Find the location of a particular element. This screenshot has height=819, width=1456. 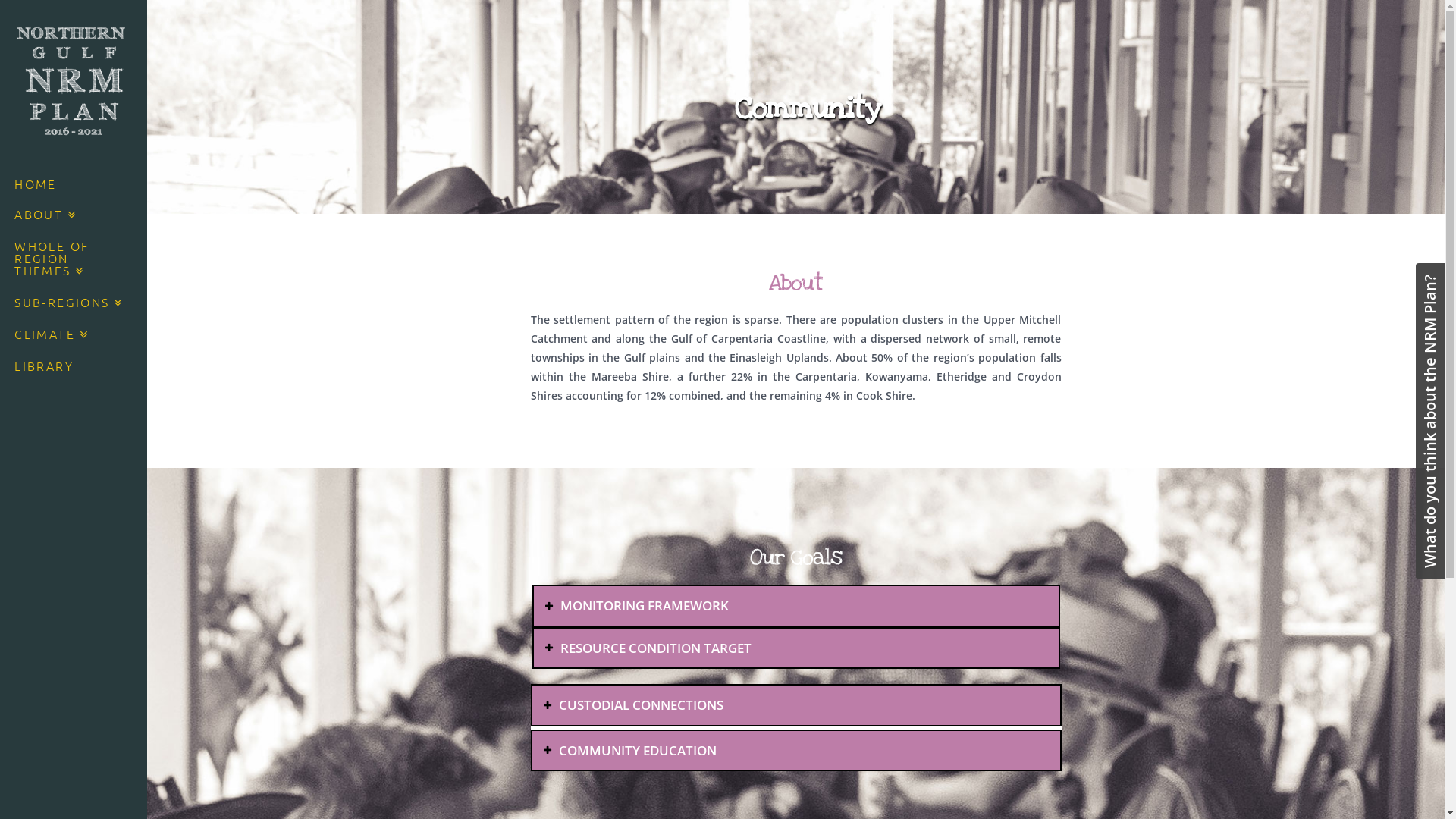

'WHOLE OF REGION THEMES' is located at coordinates (72, 259).